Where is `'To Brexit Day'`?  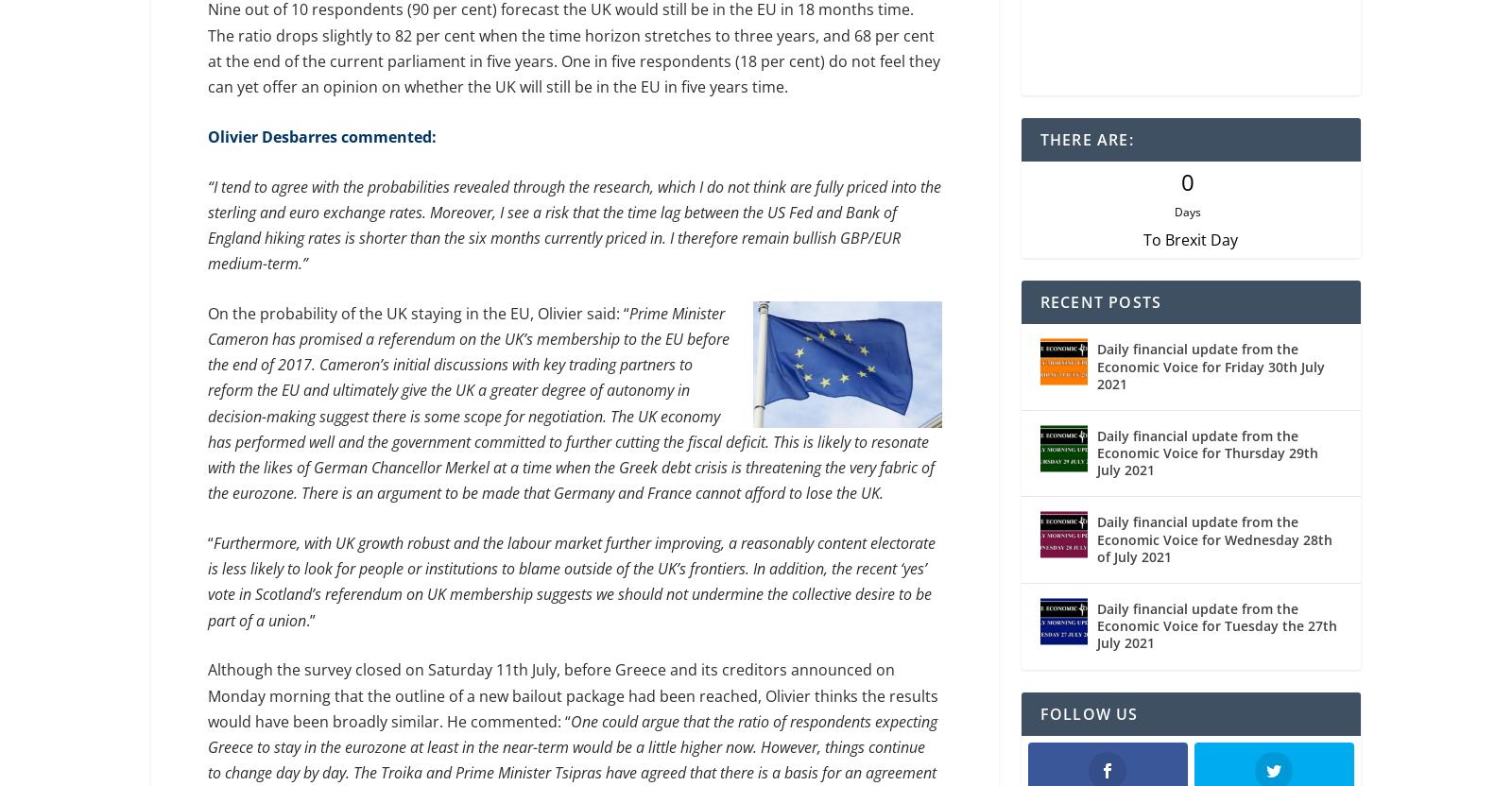
'To Brexit Day' is located at coordinates (1142, 243).